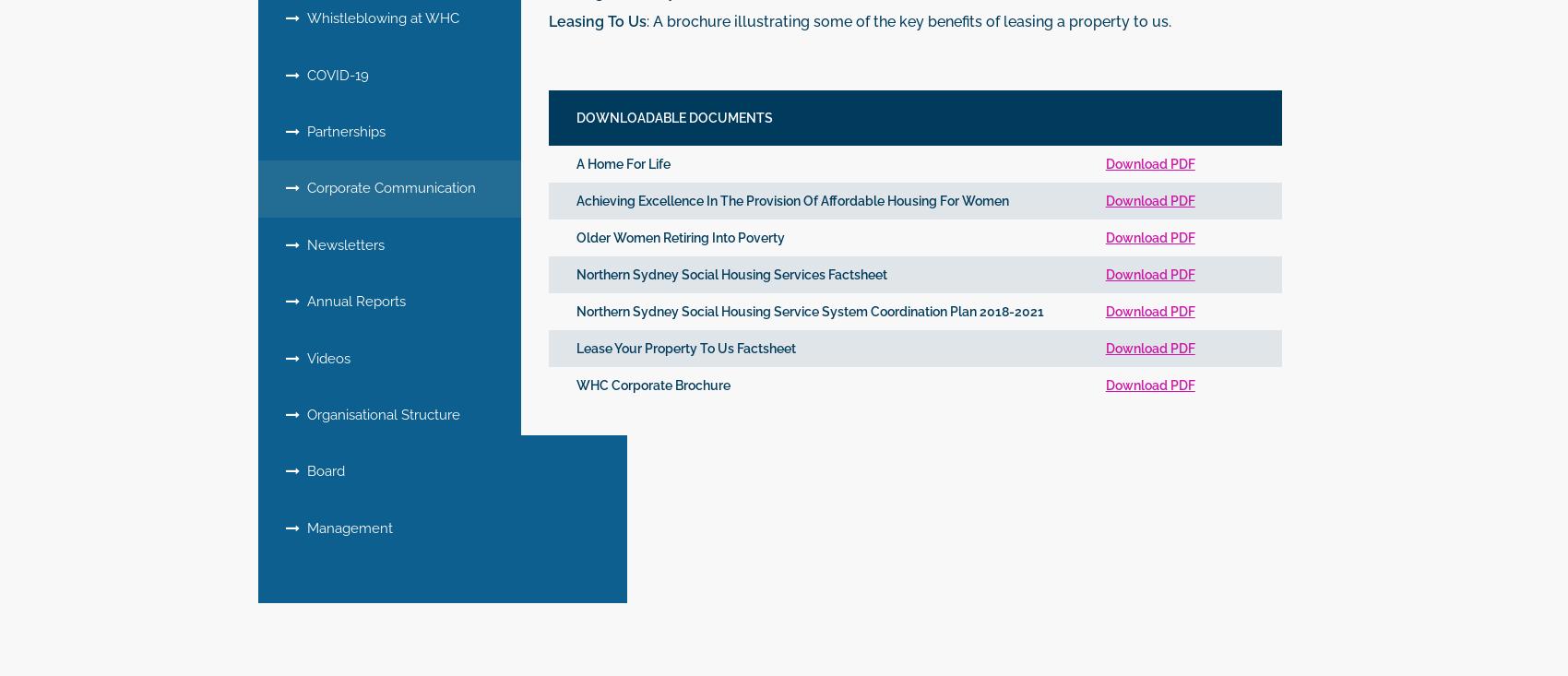 Image resolution: width=1568 pixels, height=676 pixels. Describe the element at coordinates (299, 413) in the screenshot. I see `'Organisational Structure'` at that location.